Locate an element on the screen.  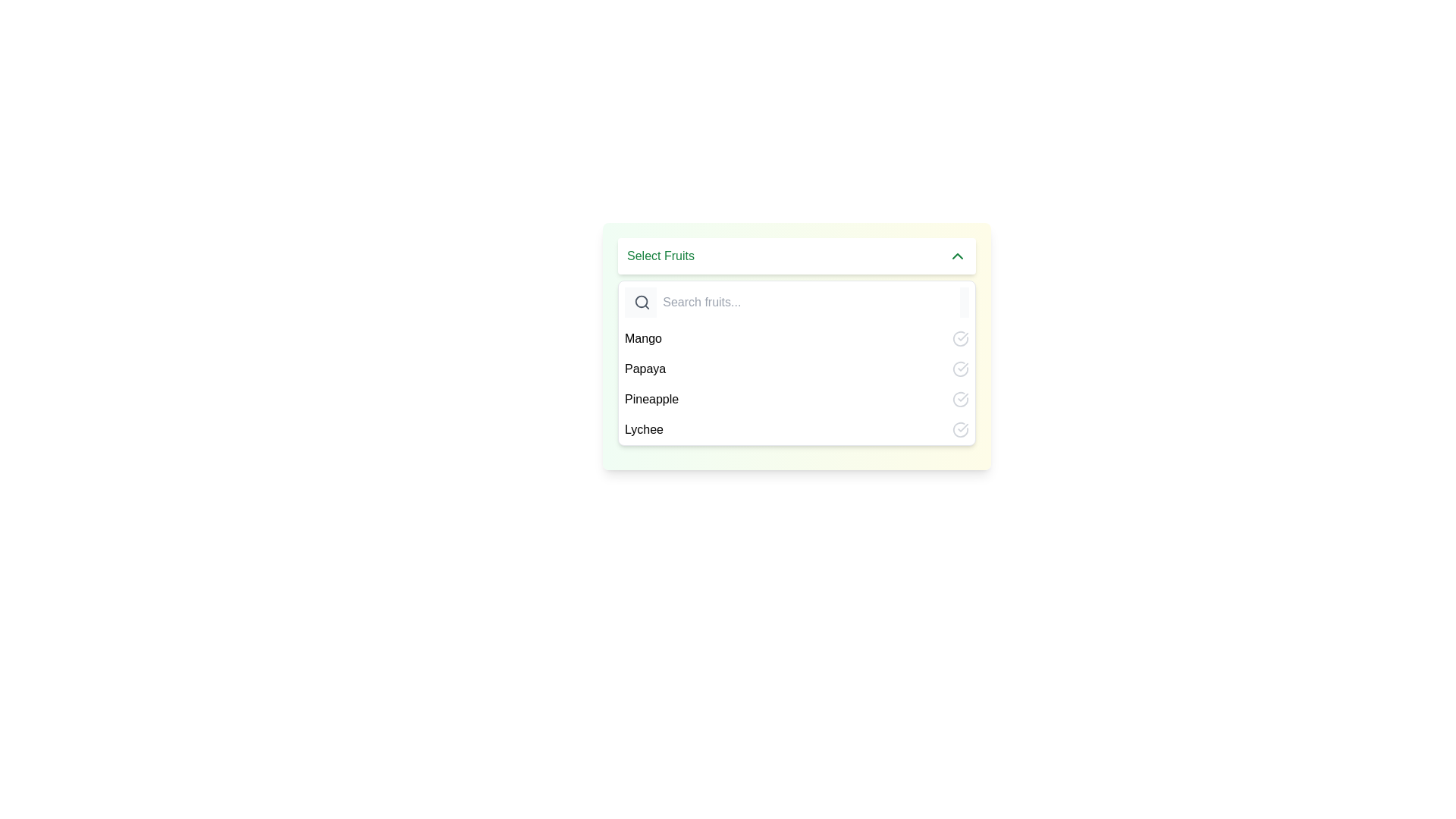
the icon styled as a thin circular outline with a check mark within it, located to the far right of the 'Pineapple' list item in the 'Select Fruits' dropdown list is located at coordinates (960, 399).